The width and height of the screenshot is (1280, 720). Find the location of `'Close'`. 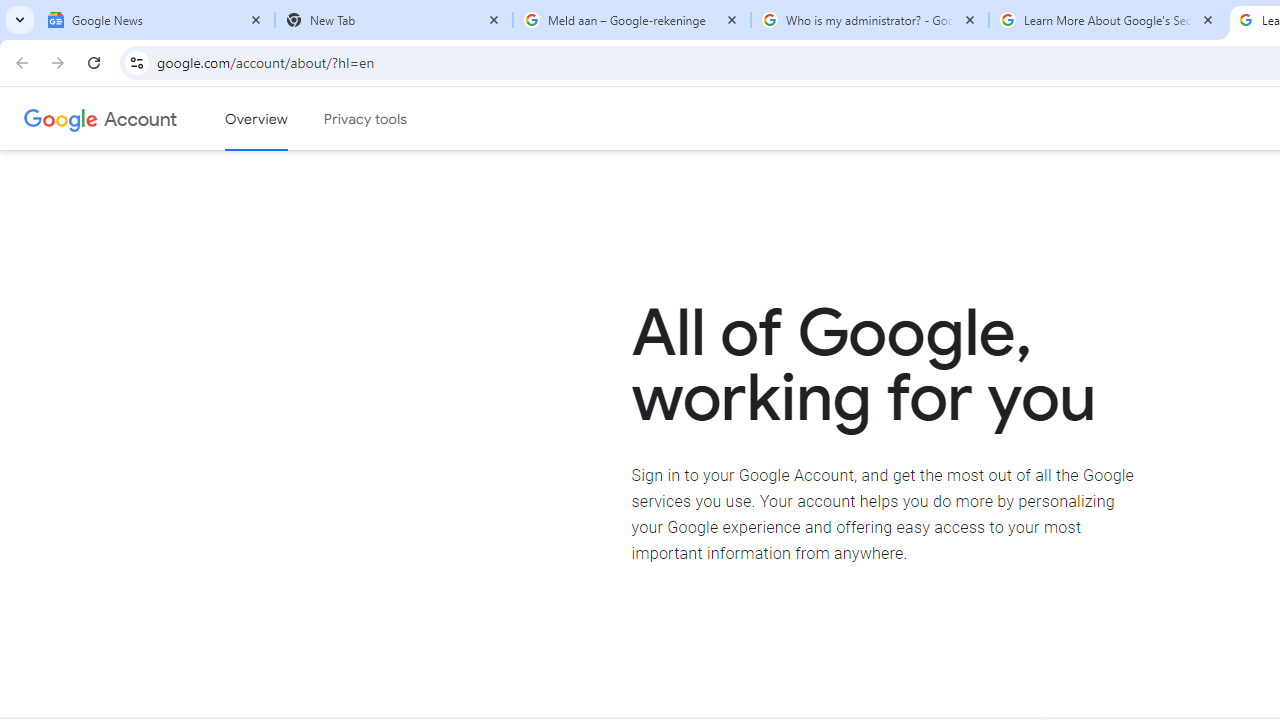

'Close' is located at coordinates (1207, 19).